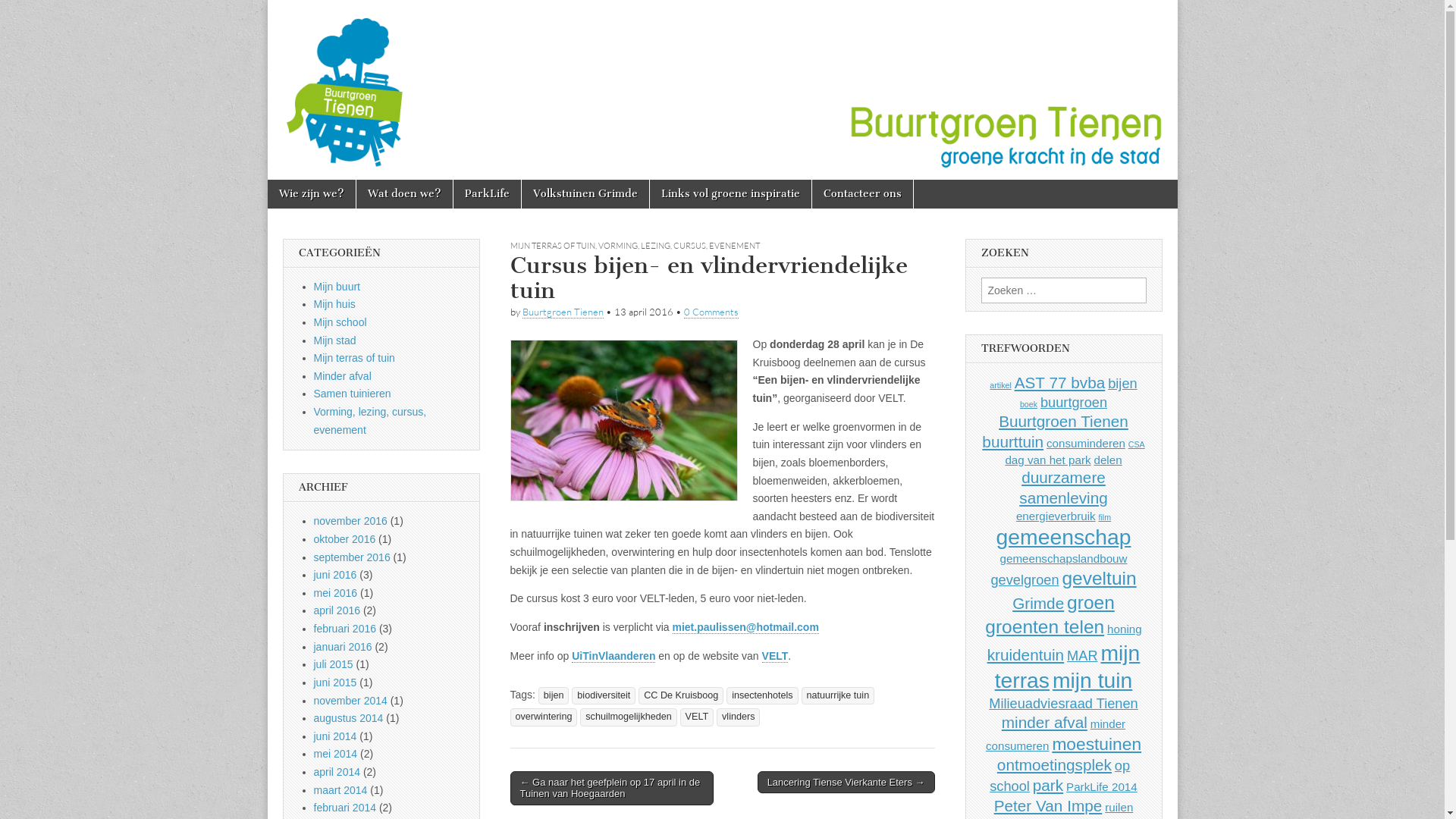  Describe the element at coordinates (350, 519) in the screenshot. I see `'november 2016'` at that location.